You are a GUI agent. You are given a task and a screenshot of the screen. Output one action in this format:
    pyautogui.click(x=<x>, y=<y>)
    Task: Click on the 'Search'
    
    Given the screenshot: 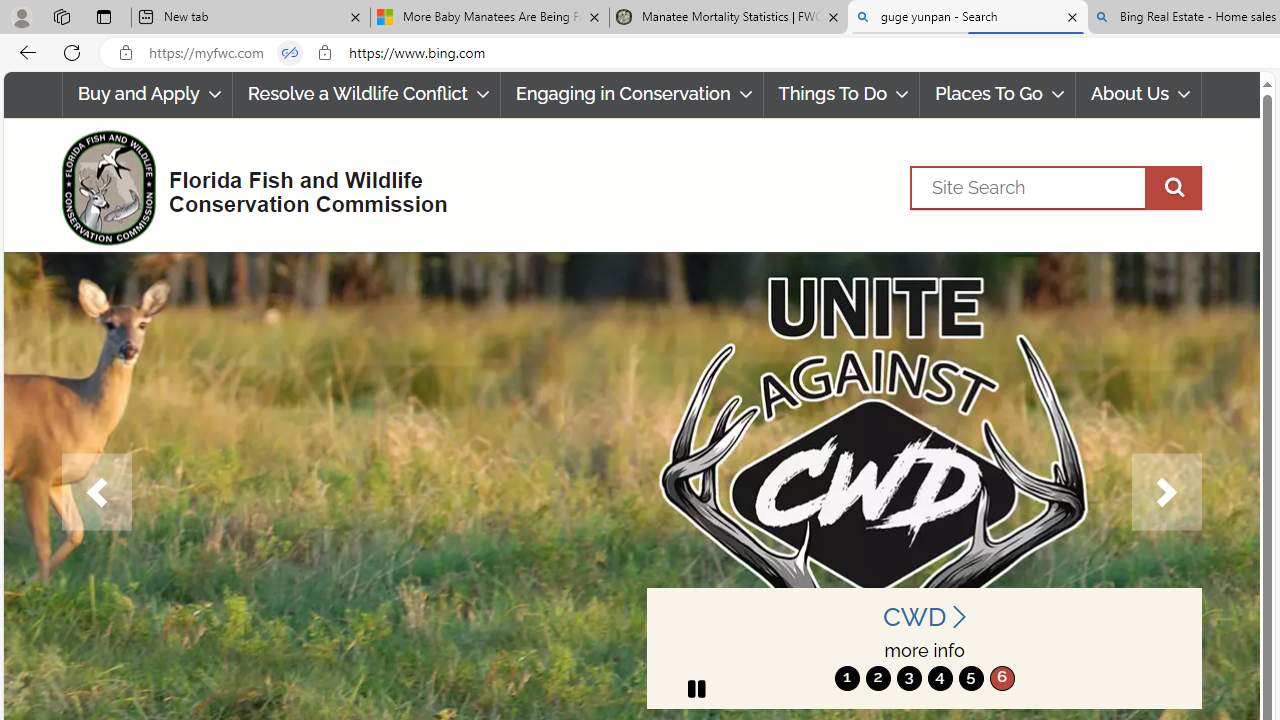 What is the action you would take?
    pyautogui.click(x=1055, y=187)
    